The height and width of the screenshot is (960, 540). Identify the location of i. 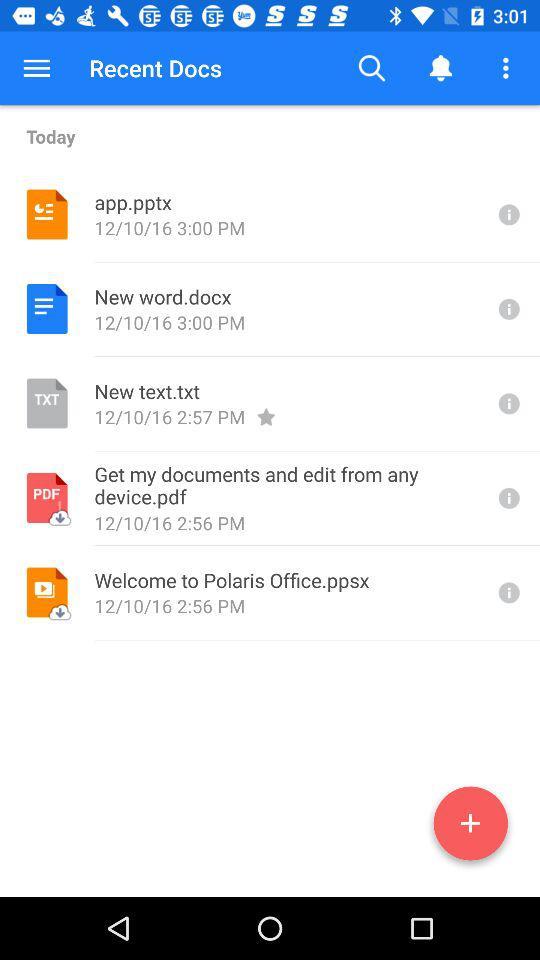
(507, 402).